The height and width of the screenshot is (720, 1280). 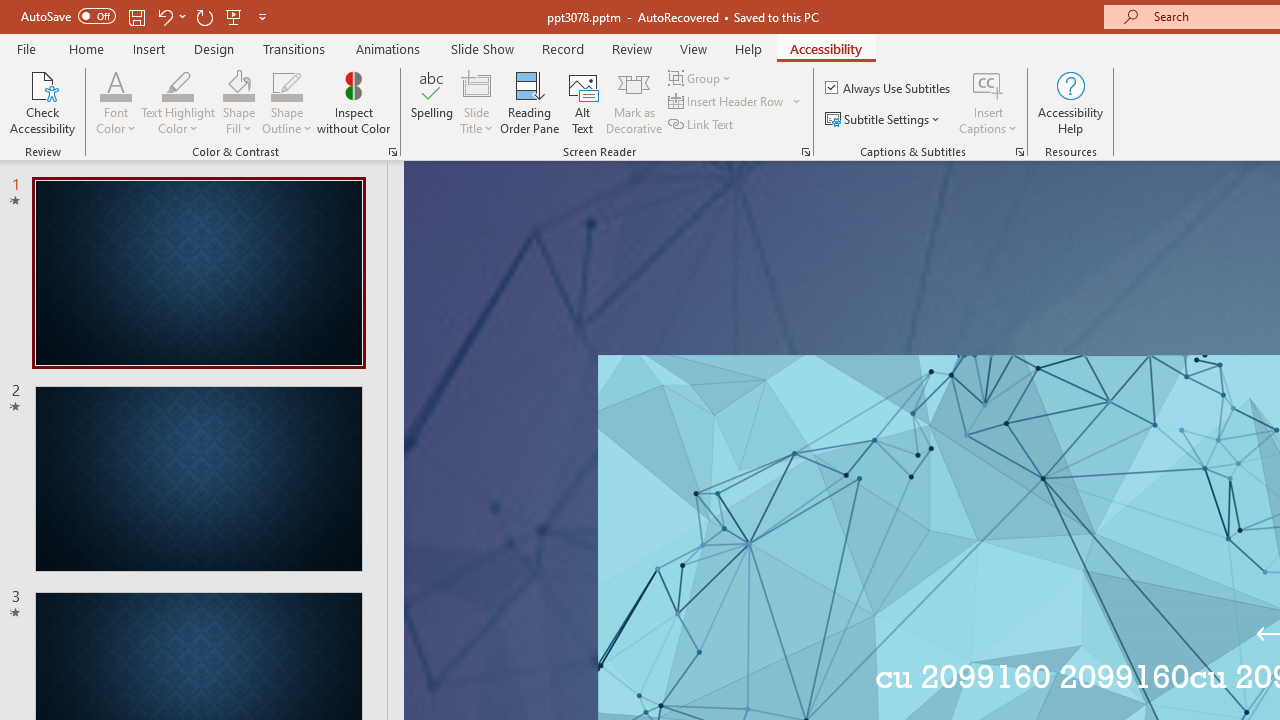 What do you see at coordinates (702, 77) in the screenshot?
I see `'Group'` at bounding box center [702, 77].